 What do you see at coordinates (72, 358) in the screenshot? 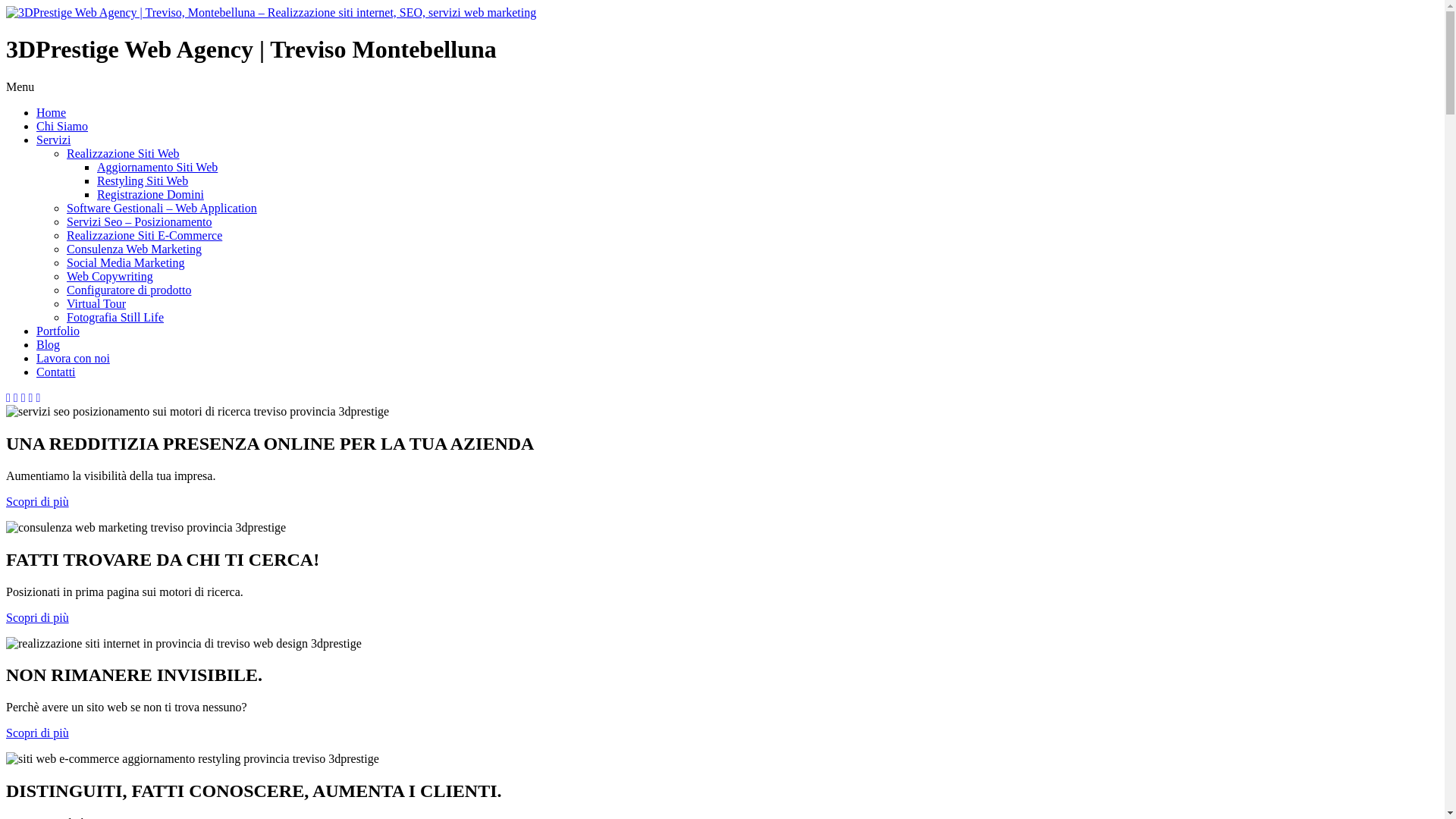
I see `'Lavora con noi'` at bounding box center [72, 358].